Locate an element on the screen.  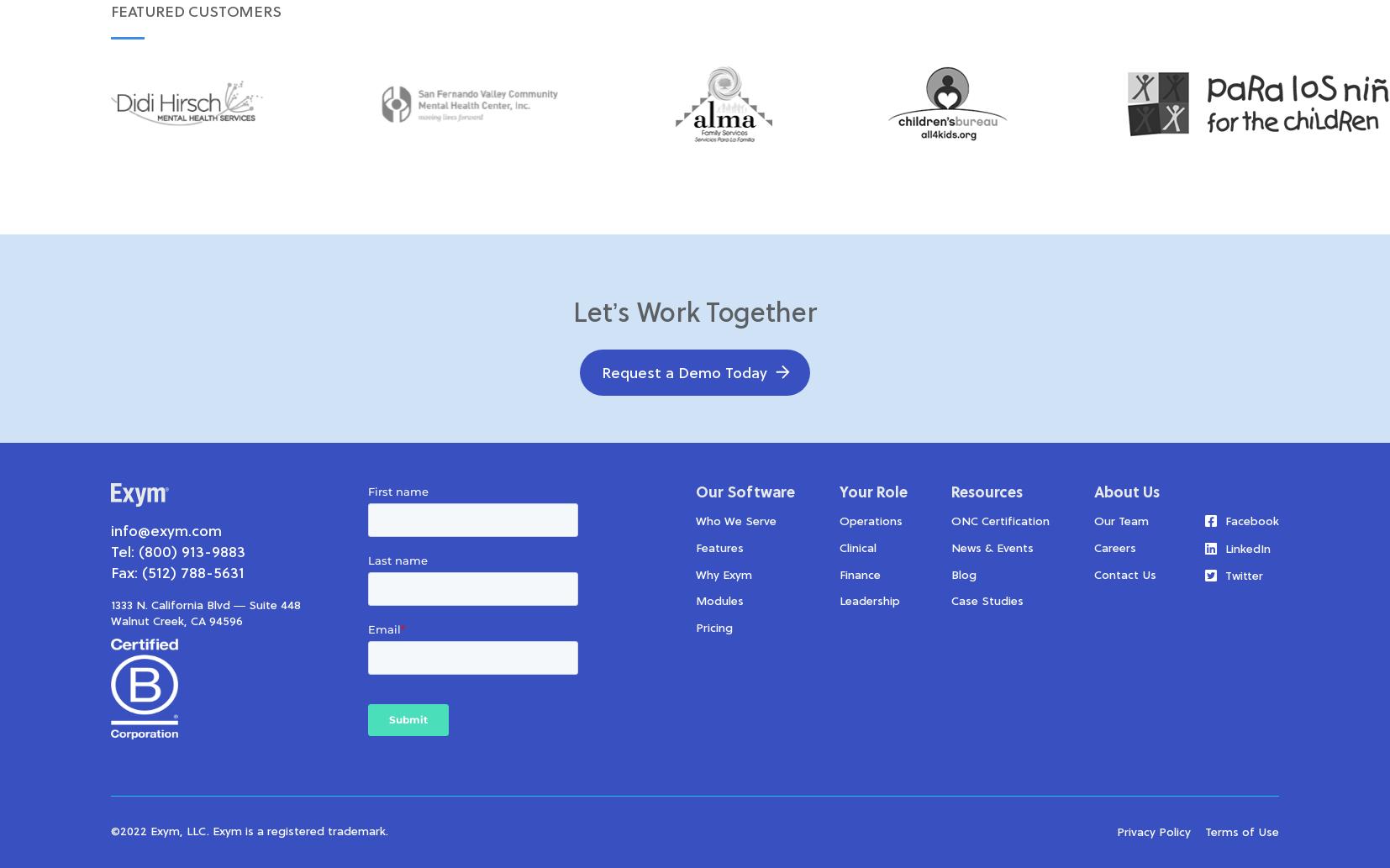
'©2022 Exym, LLC. Exym is a registered trademark.' is located at coordinates (249, 831).